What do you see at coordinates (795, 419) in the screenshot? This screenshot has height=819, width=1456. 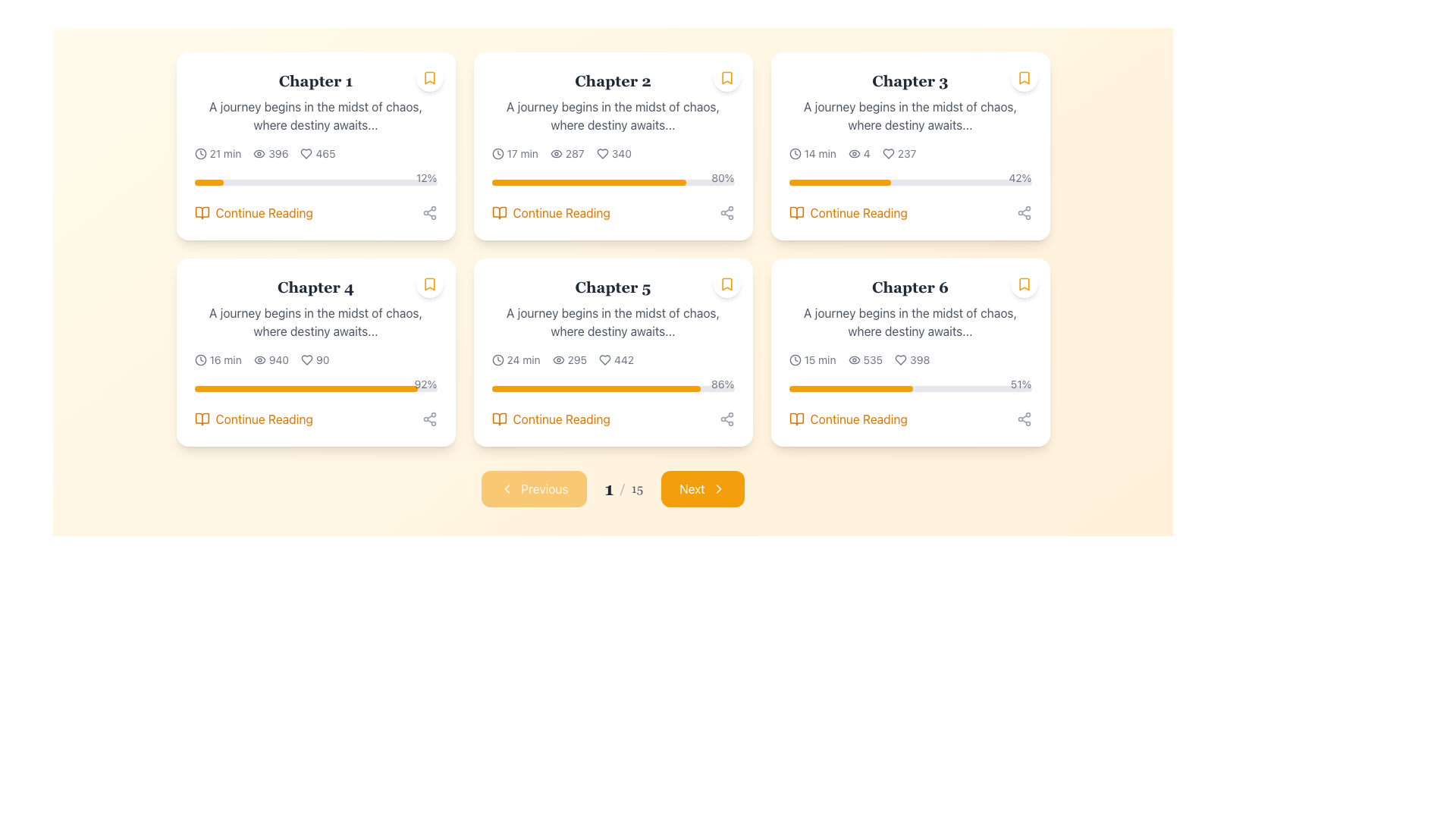 I see `the small orange book icon located to the left of the 'Continue Reading' text in the sixth chapter card of the grid layout` at bounding box center [795, 419].